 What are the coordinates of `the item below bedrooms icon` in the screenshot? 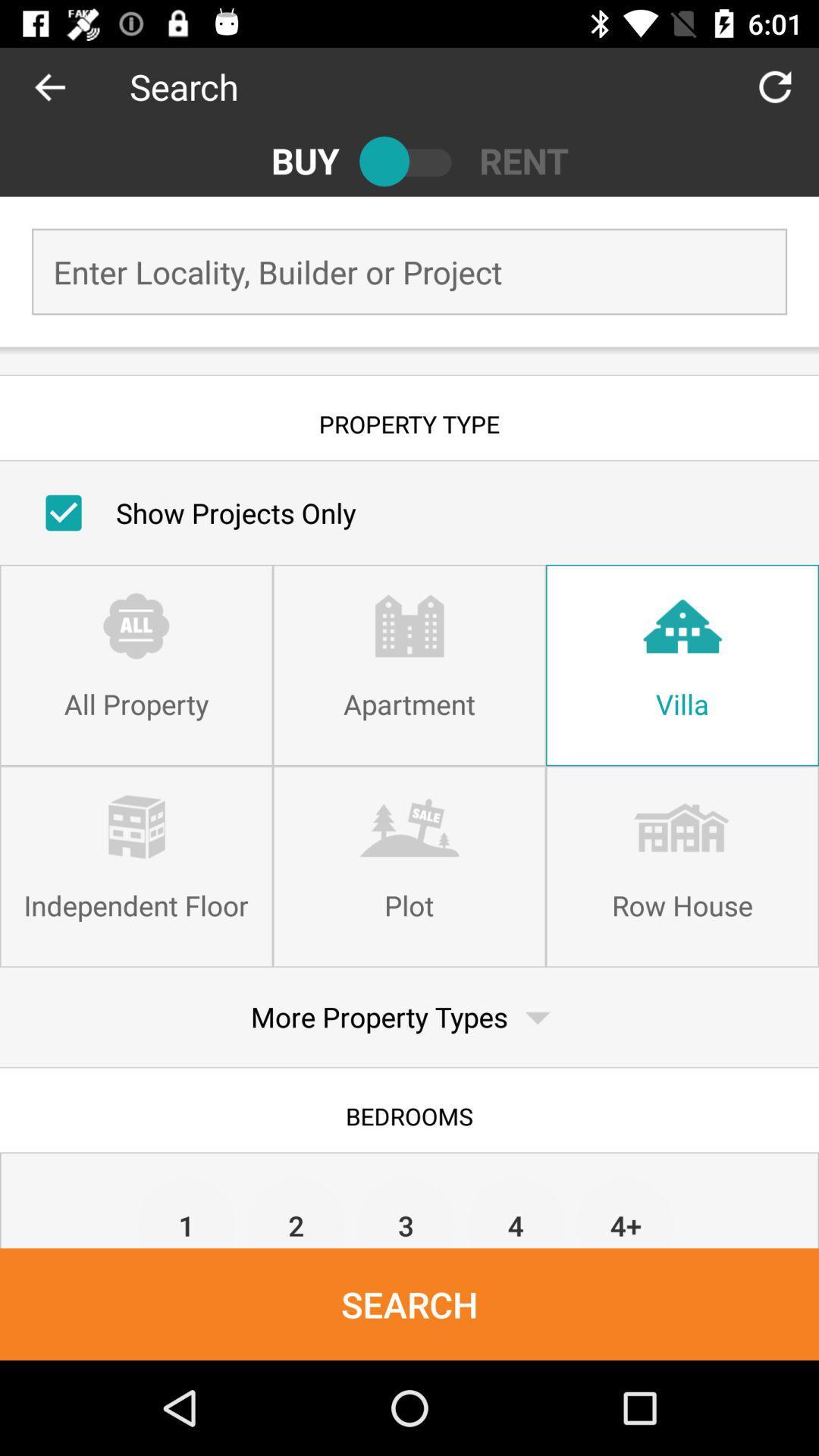 It's located at (297, 1211).